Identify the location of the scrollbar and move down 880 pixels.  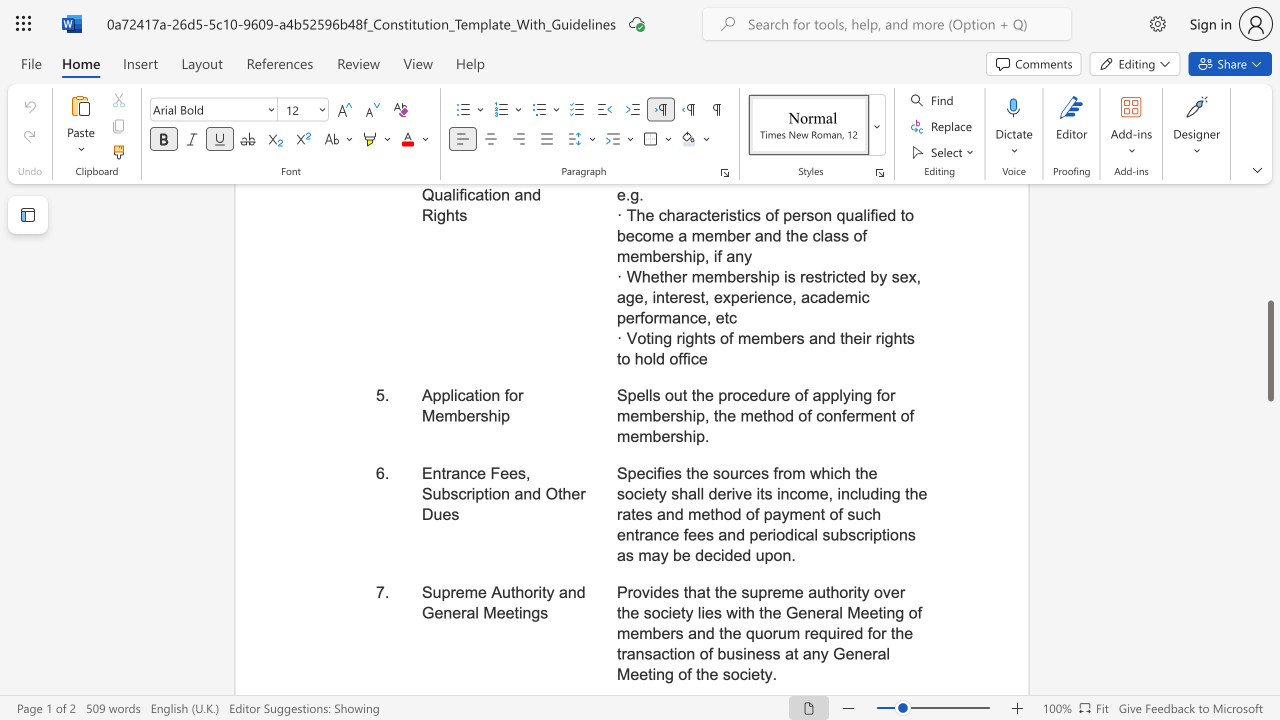
(1269, 350).